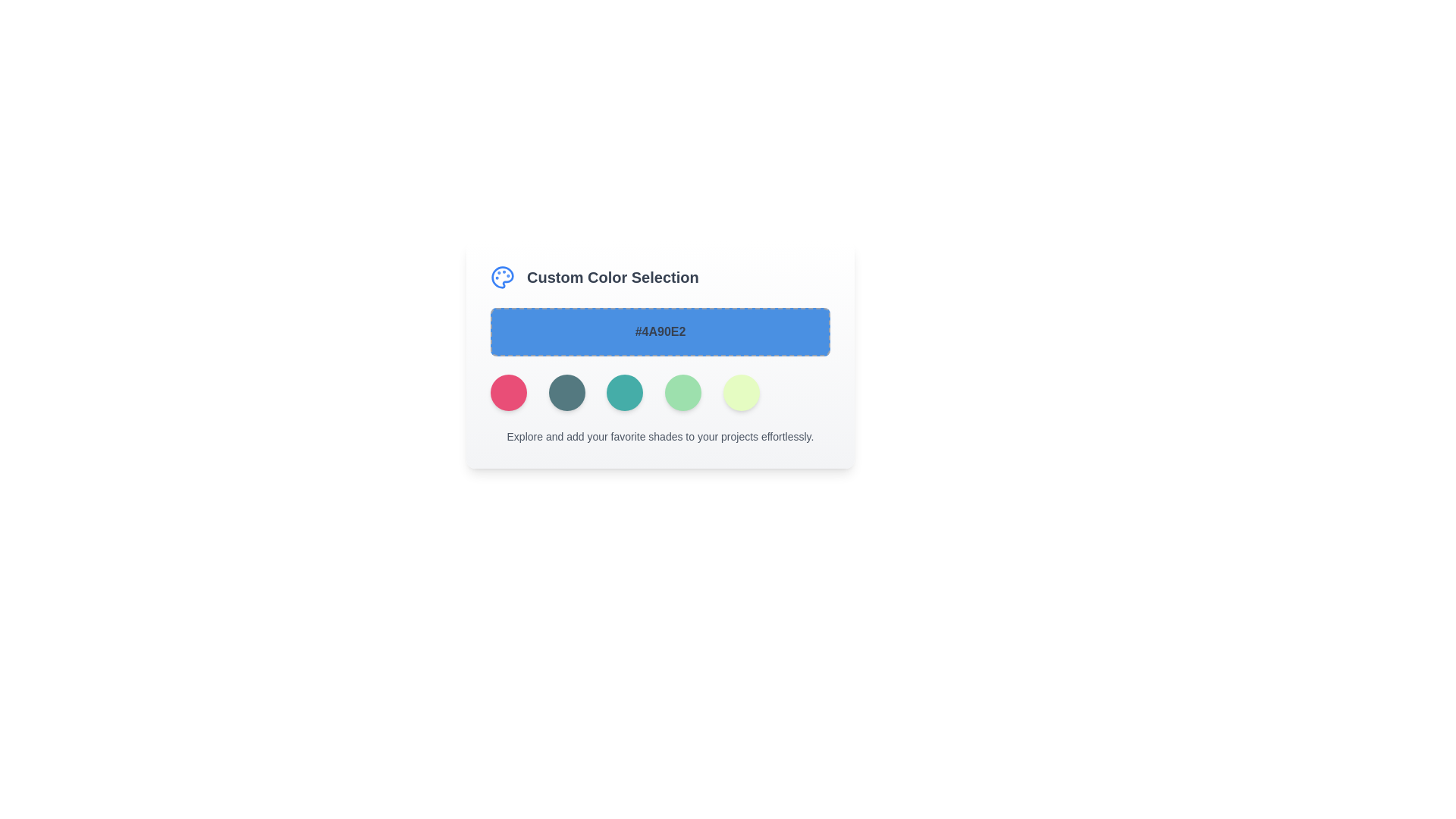 This screenshot has width=1456, height=819. What do you see at coordinates (502, 278) in the screenshot?
I see `the decorative icon for the color selection feature located in the upper left section of the 'Custom Color Selection' card, adjacent to the text label` at bounding box center [502, 278].